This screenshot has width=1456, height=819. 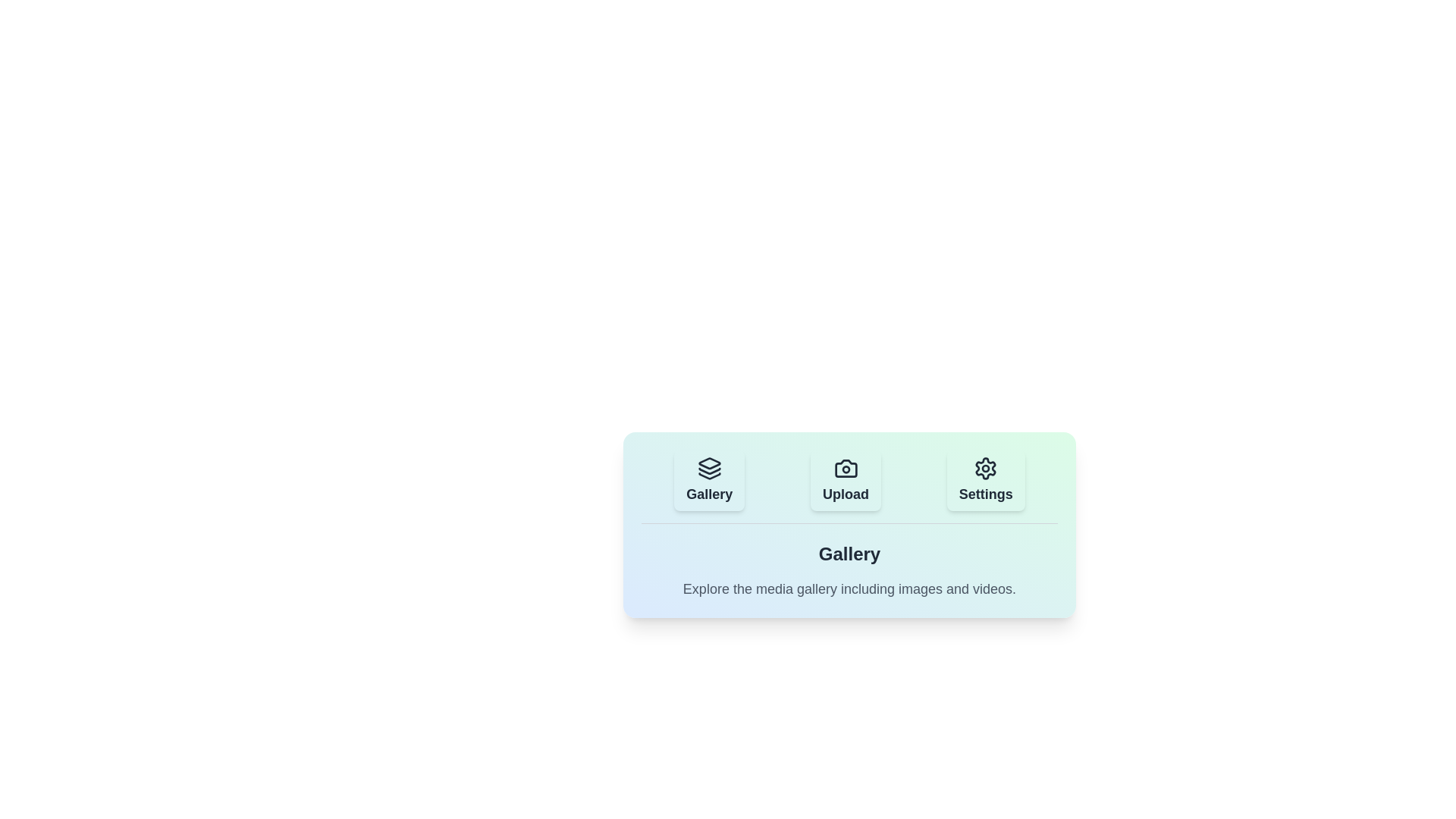 What do you see at coordinates (708, 480) in the screenshot?
I see `the tab button labeled Gallery to observe visual feedback` at bounding box center [708, 480].